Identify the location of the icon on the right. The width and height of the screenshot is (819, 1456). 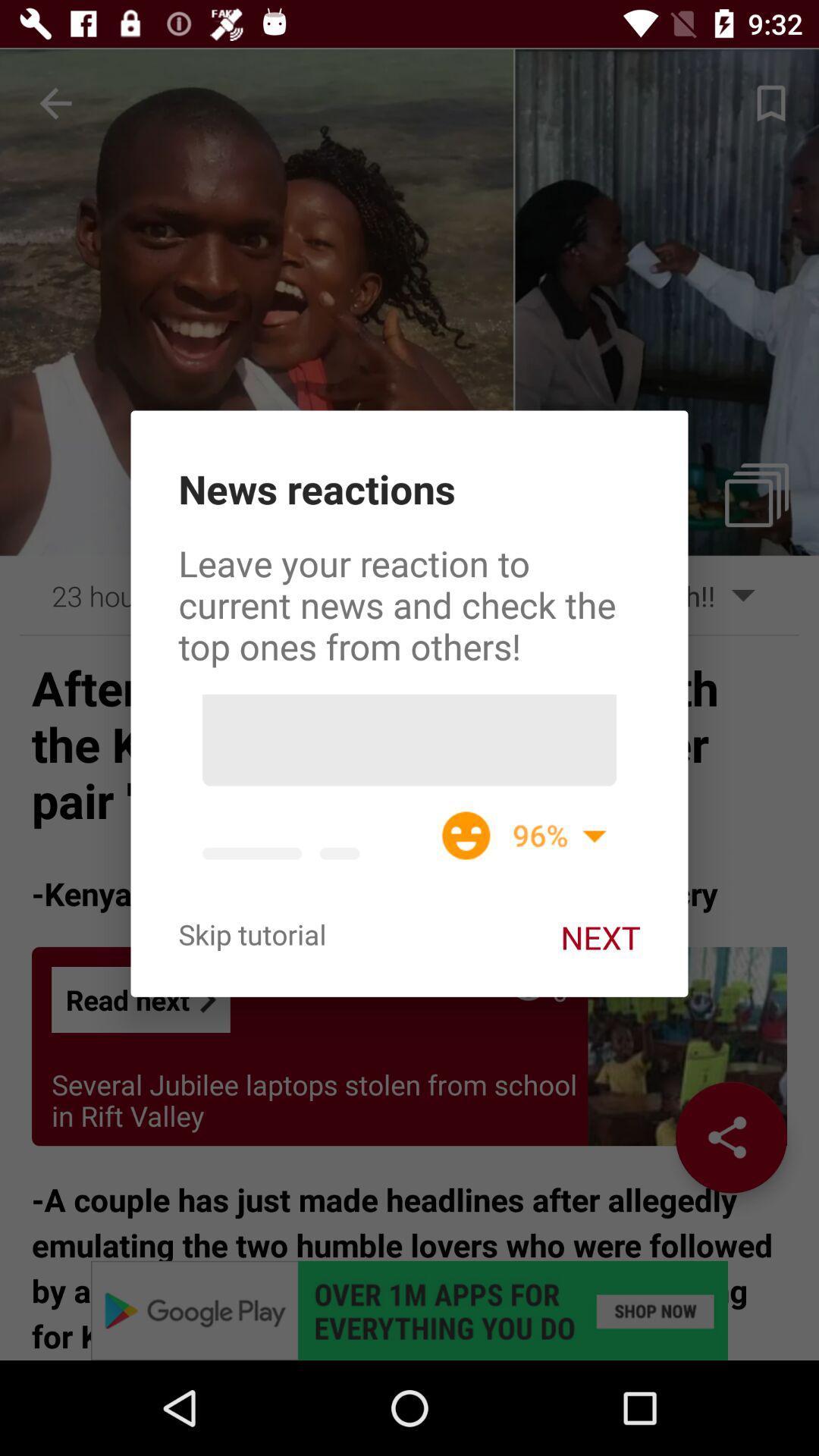
(599, 937).